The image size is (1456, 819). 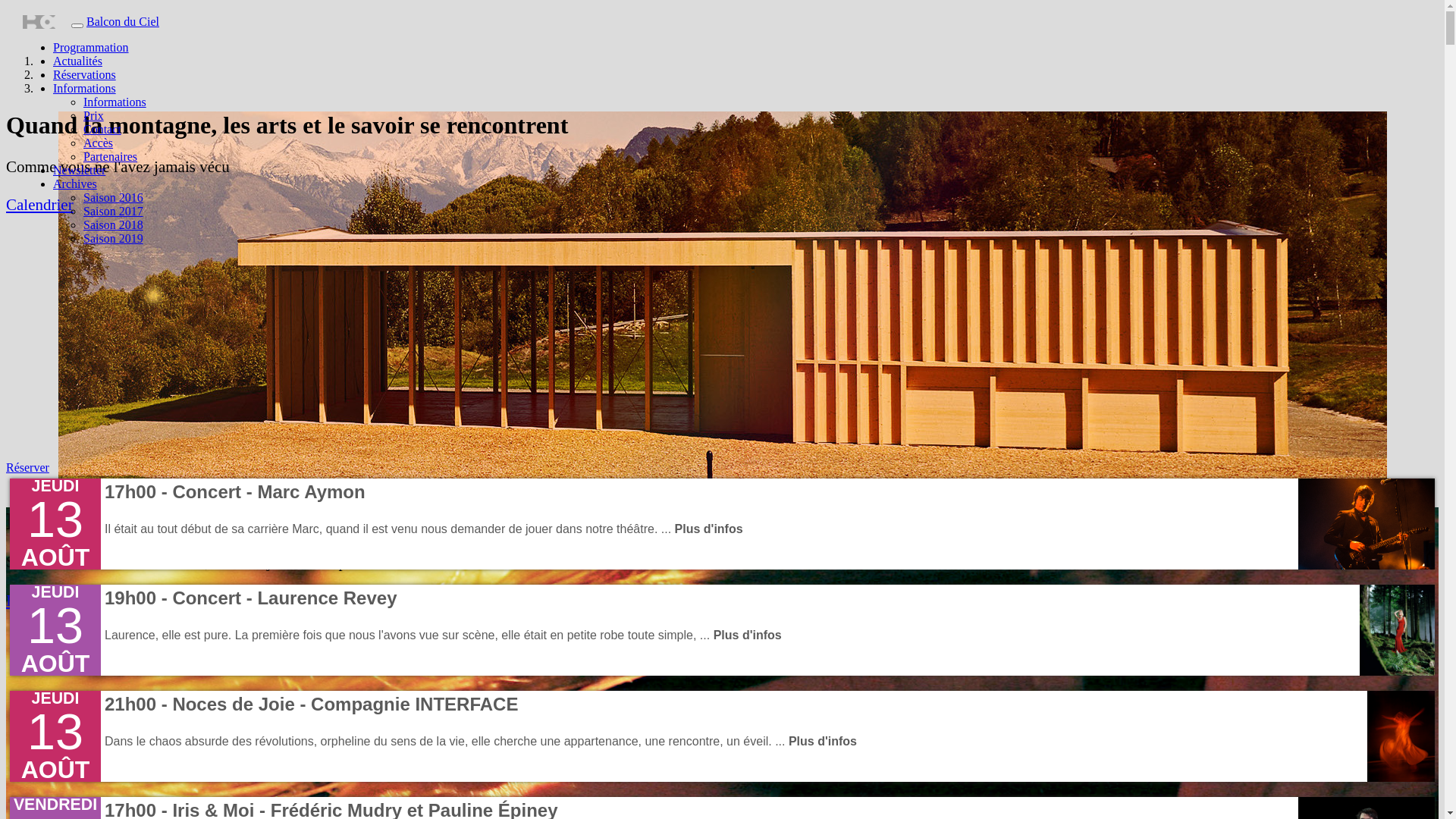 I want to click on 'Toggle navigation', so click(x=76, y=26).